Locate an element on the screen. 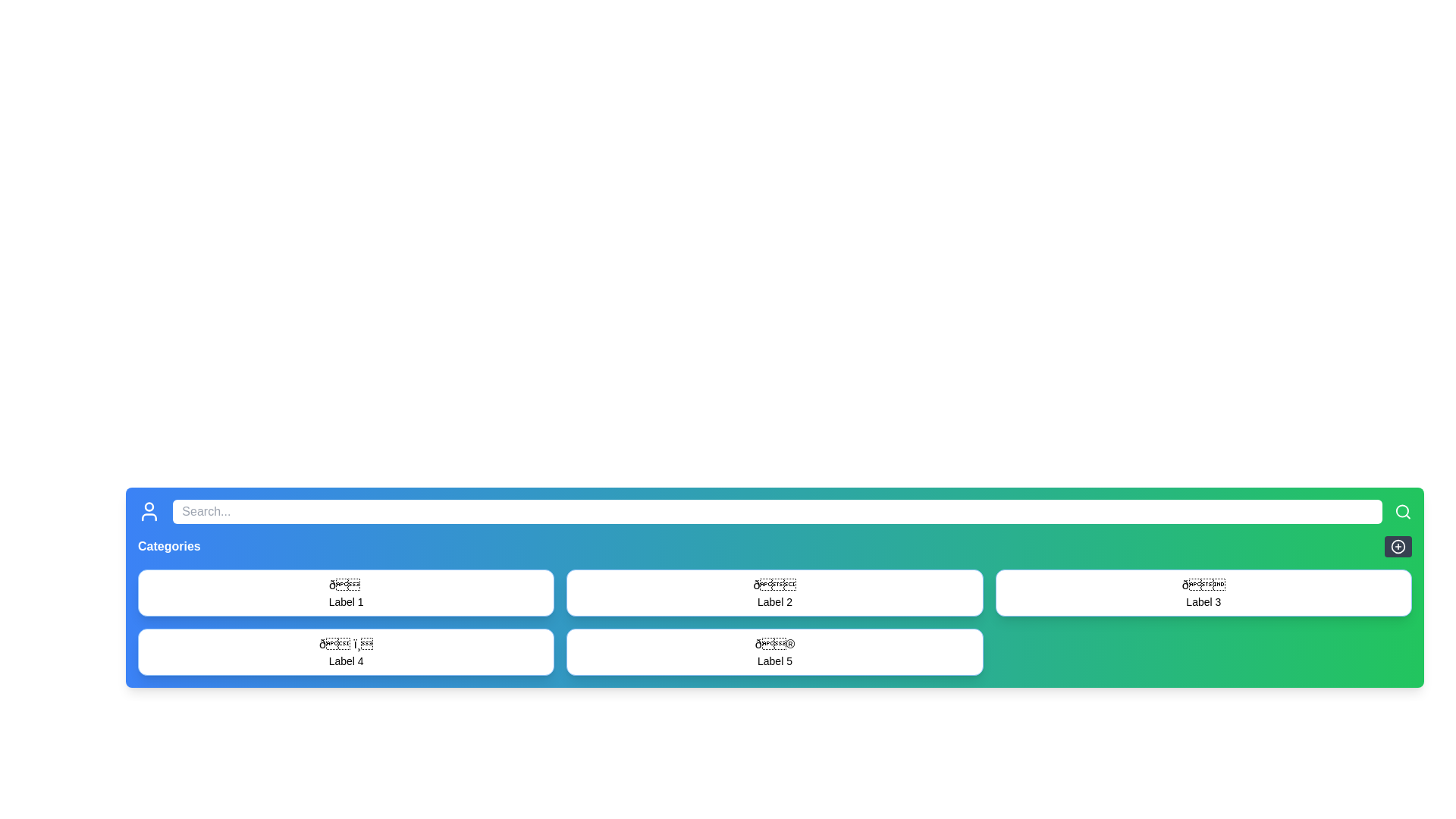 The height and width of the screenshot is (819, 1456). the 'Categories' header bar with interactive controls is located at coordinates (775, 547).